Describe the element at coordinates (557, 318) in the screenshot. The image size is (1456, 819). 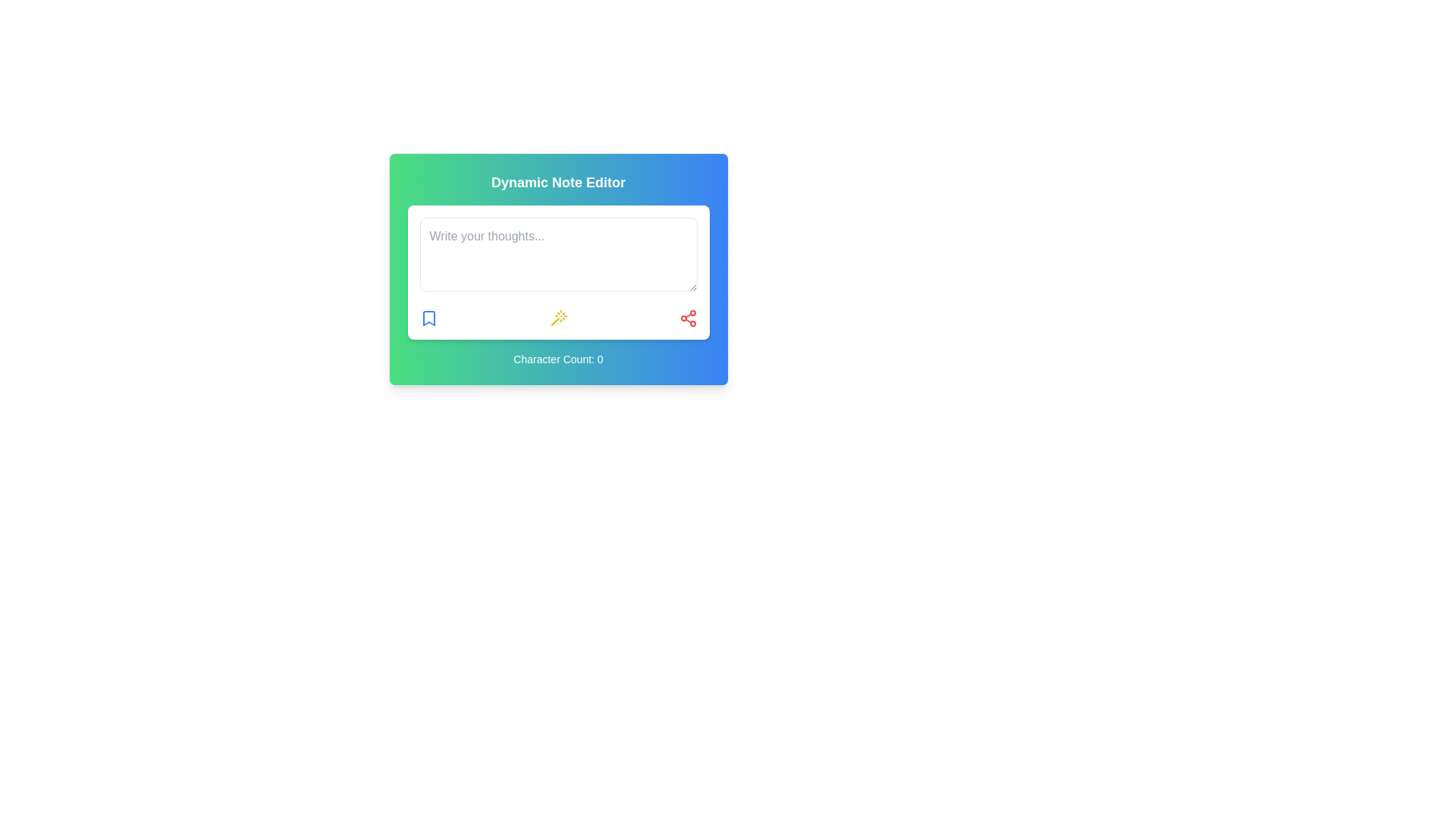
I see `the interactive icon featuring a magic wand symbol located between a blue bookmark icon and a red share icon in the note editor` at that location.